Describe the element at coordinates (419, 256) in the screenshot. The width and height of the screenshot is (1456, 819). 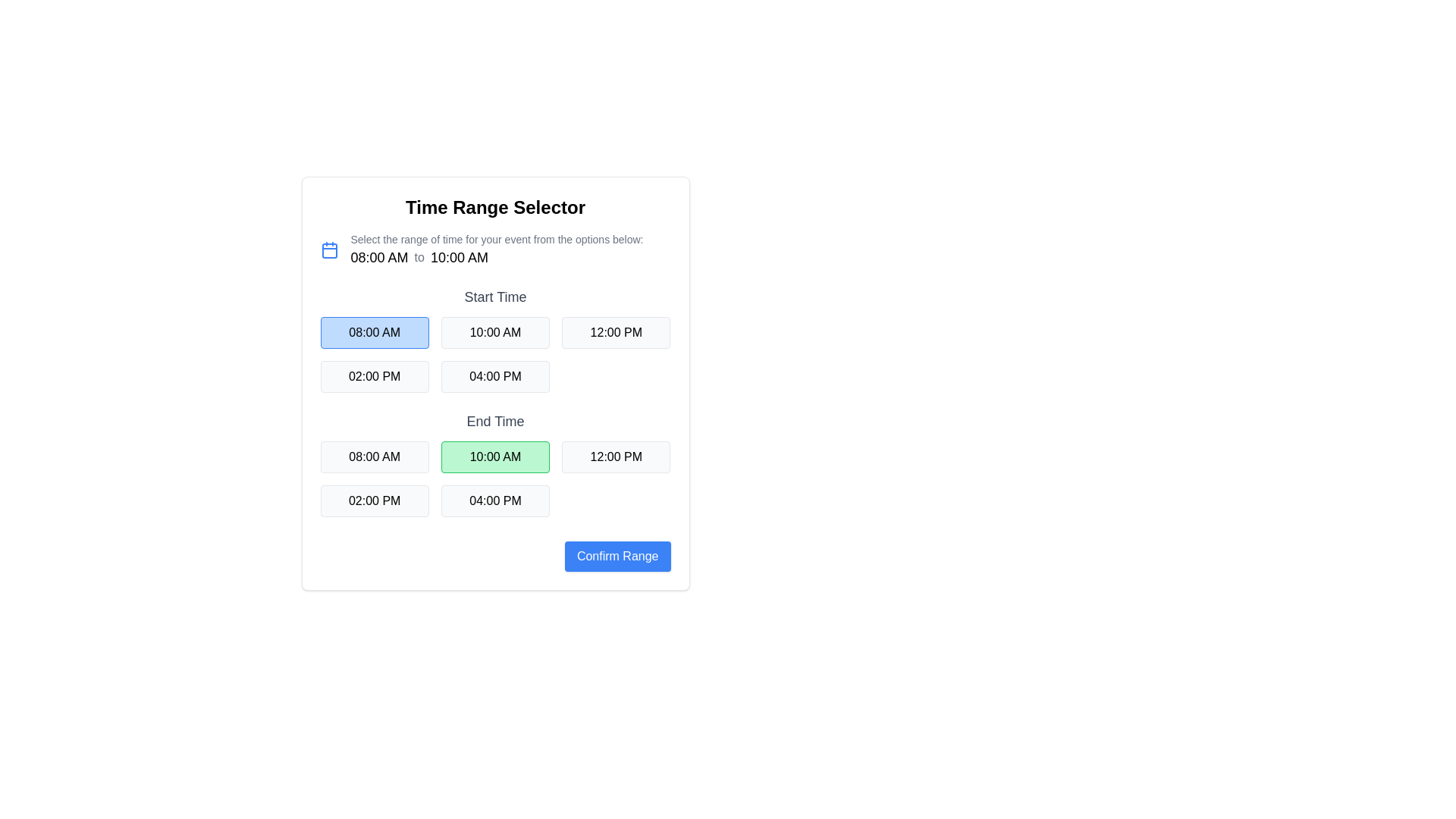
I see `the separator label that visually connects the start time '08:00 AM' and end time '10:00 AM'` at that location.